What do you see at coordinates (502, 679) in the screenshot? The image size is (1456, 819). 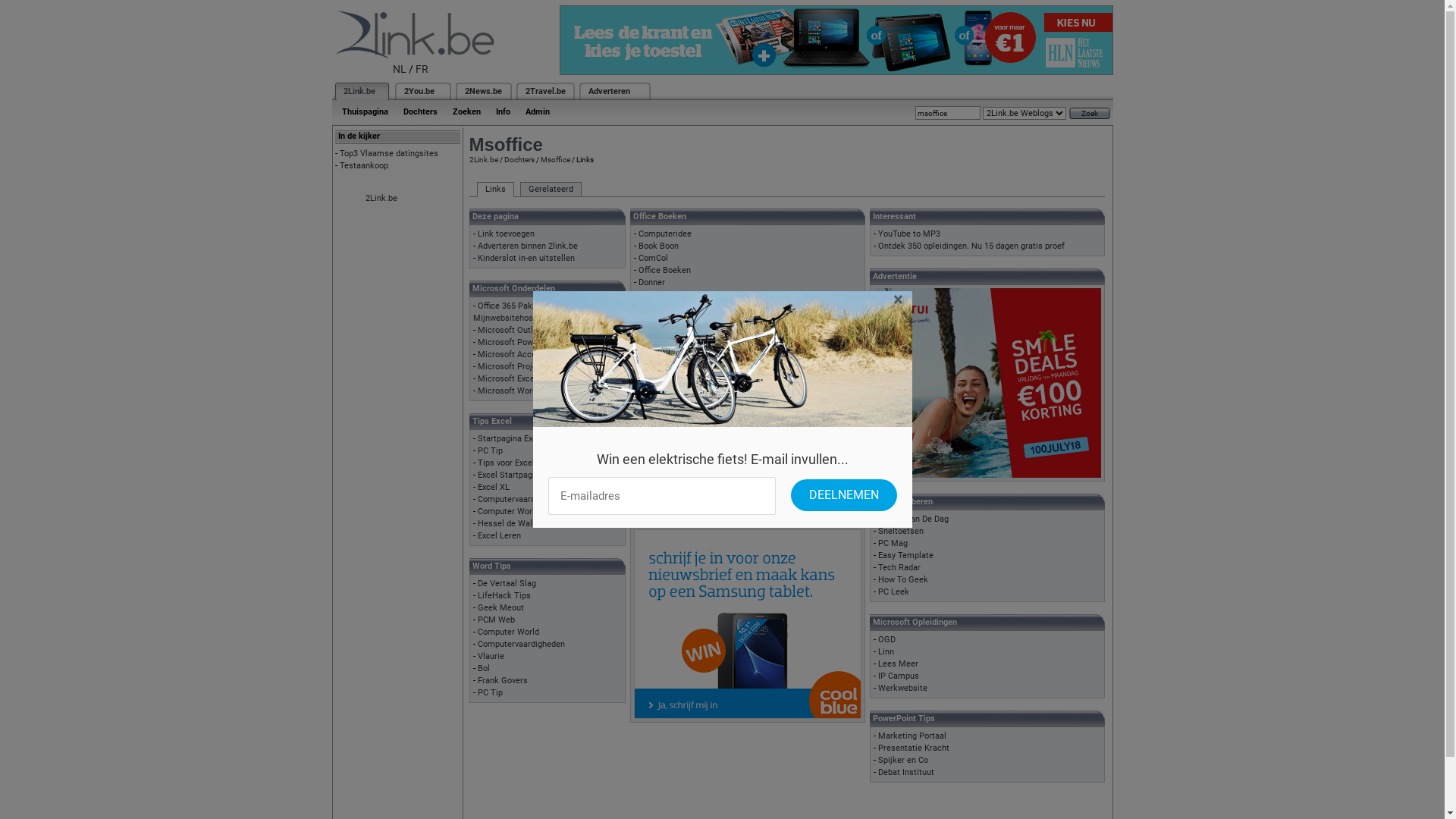 I see `'Frank Govers'` at bounding box center [502, 679].